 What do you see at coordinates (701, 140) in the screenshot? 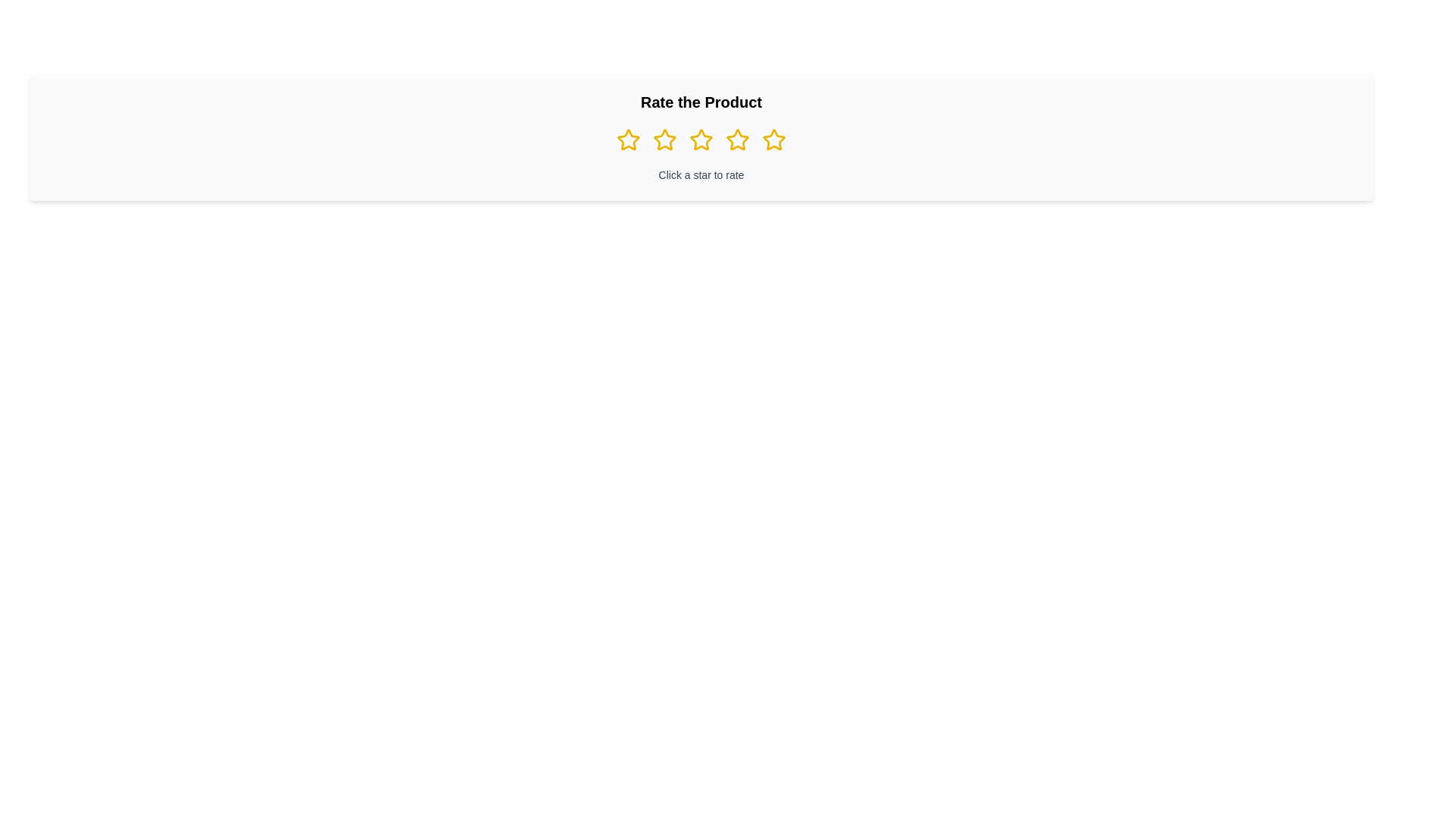
I see `the middle third star icon, which is styled with a yellow outline and hollow center, to rate` at bounding box center [701, 140].